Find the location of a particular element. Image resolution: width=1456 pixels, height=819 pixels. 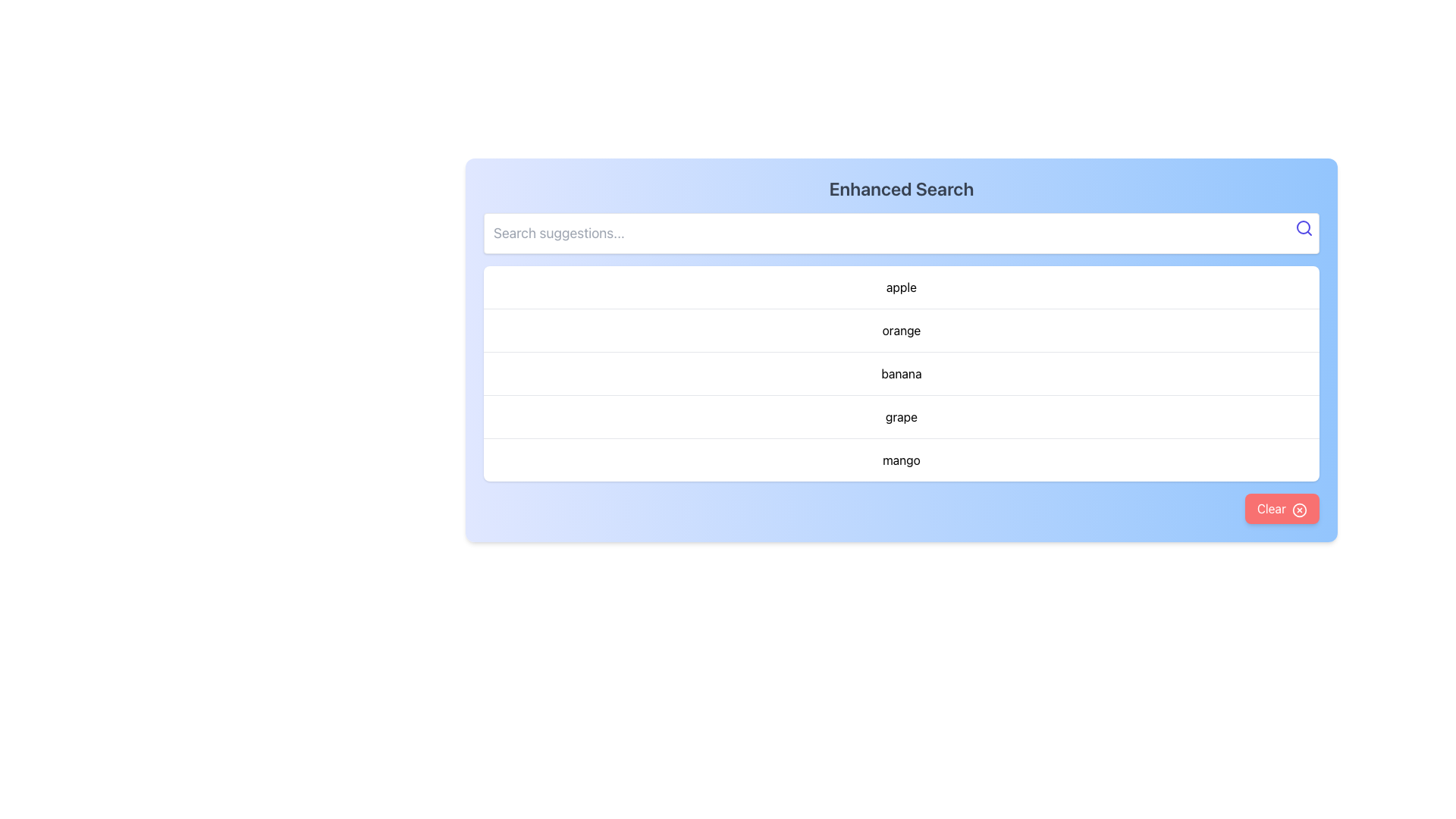

the first clickable list item displaying the text 'apple' is located at coordinates (902, 287).